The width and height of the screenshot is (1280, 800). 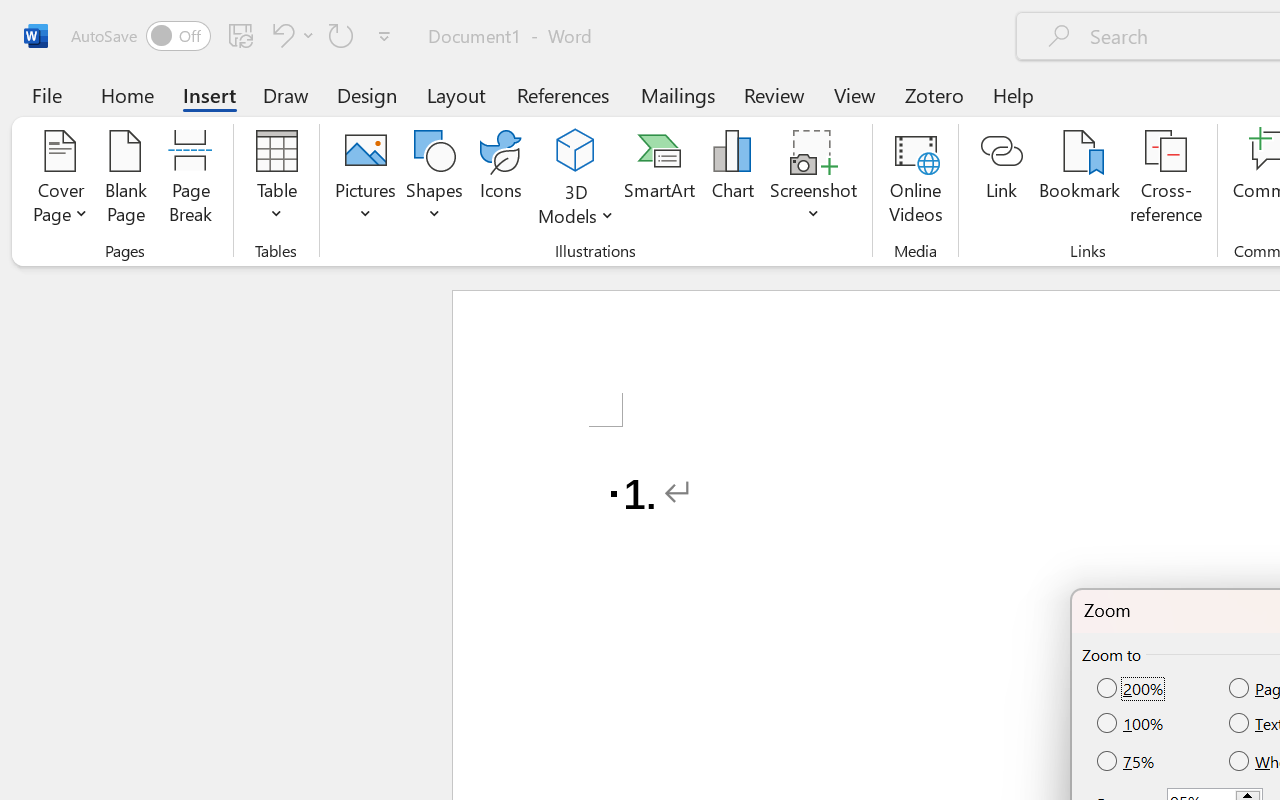 I want to click on '200%', so click(x=1132, y=689).